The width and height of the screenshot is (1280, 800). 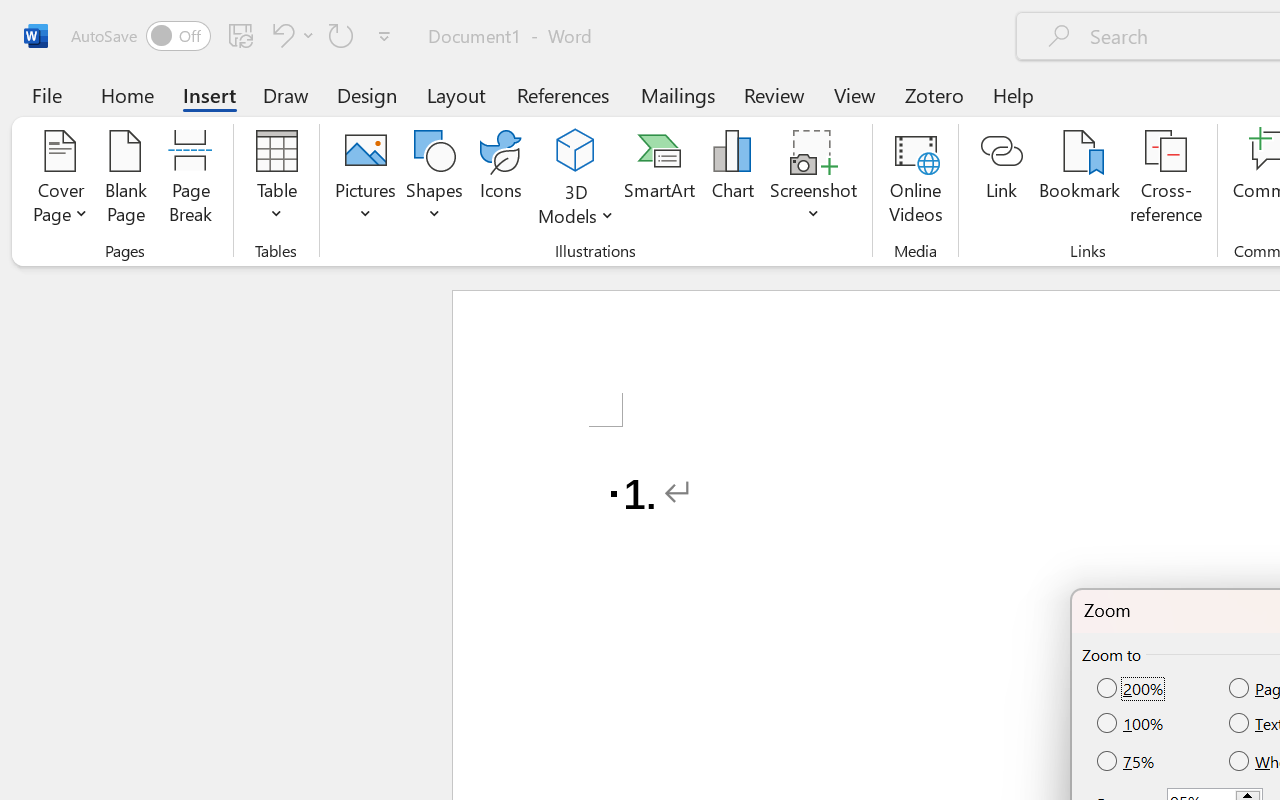 I want to click on '200%', so click(x=1132, y=689).